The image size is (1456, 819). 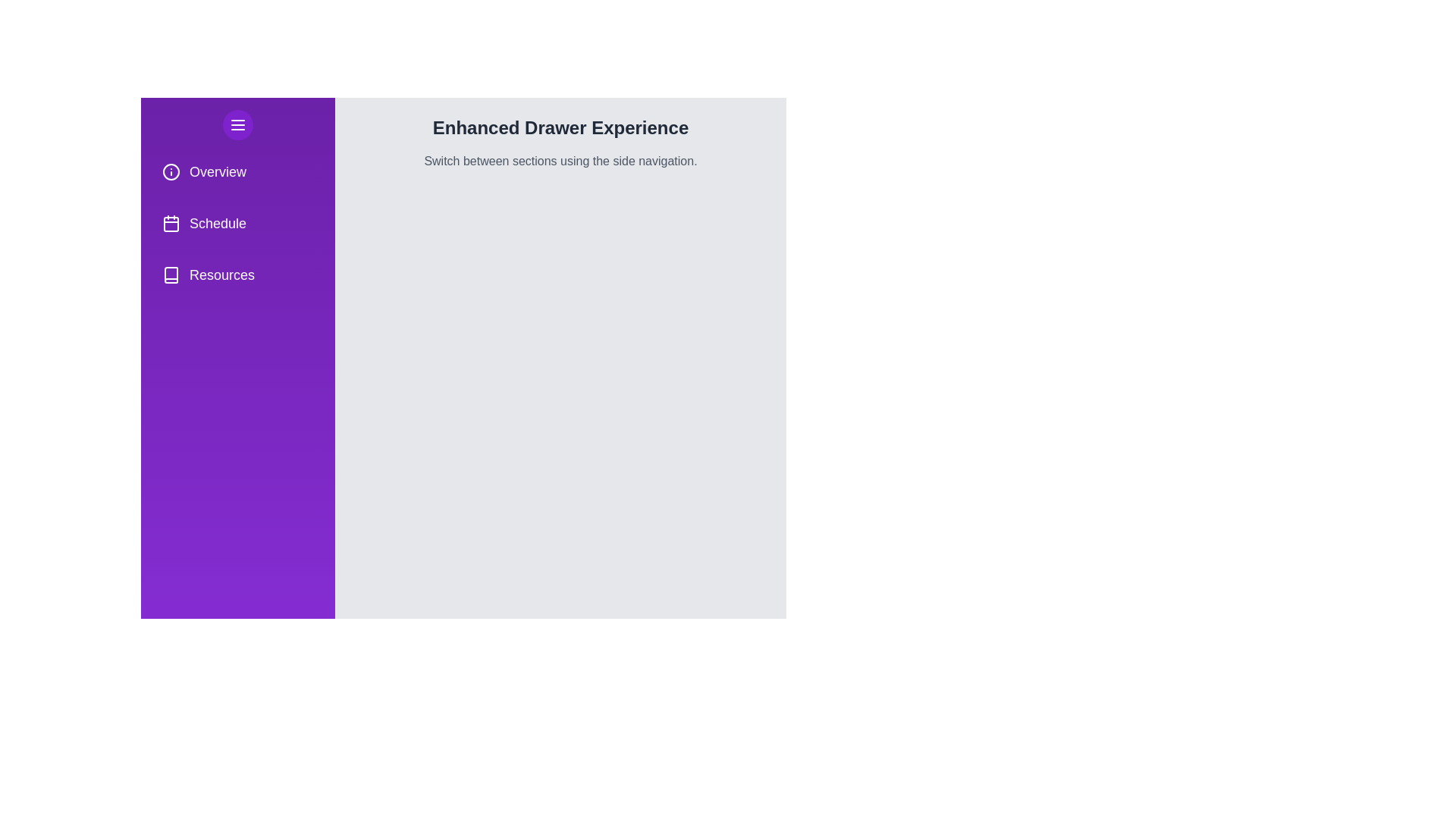 I want to click on the navigation menu item Schedule, so click(x=237, y=223).